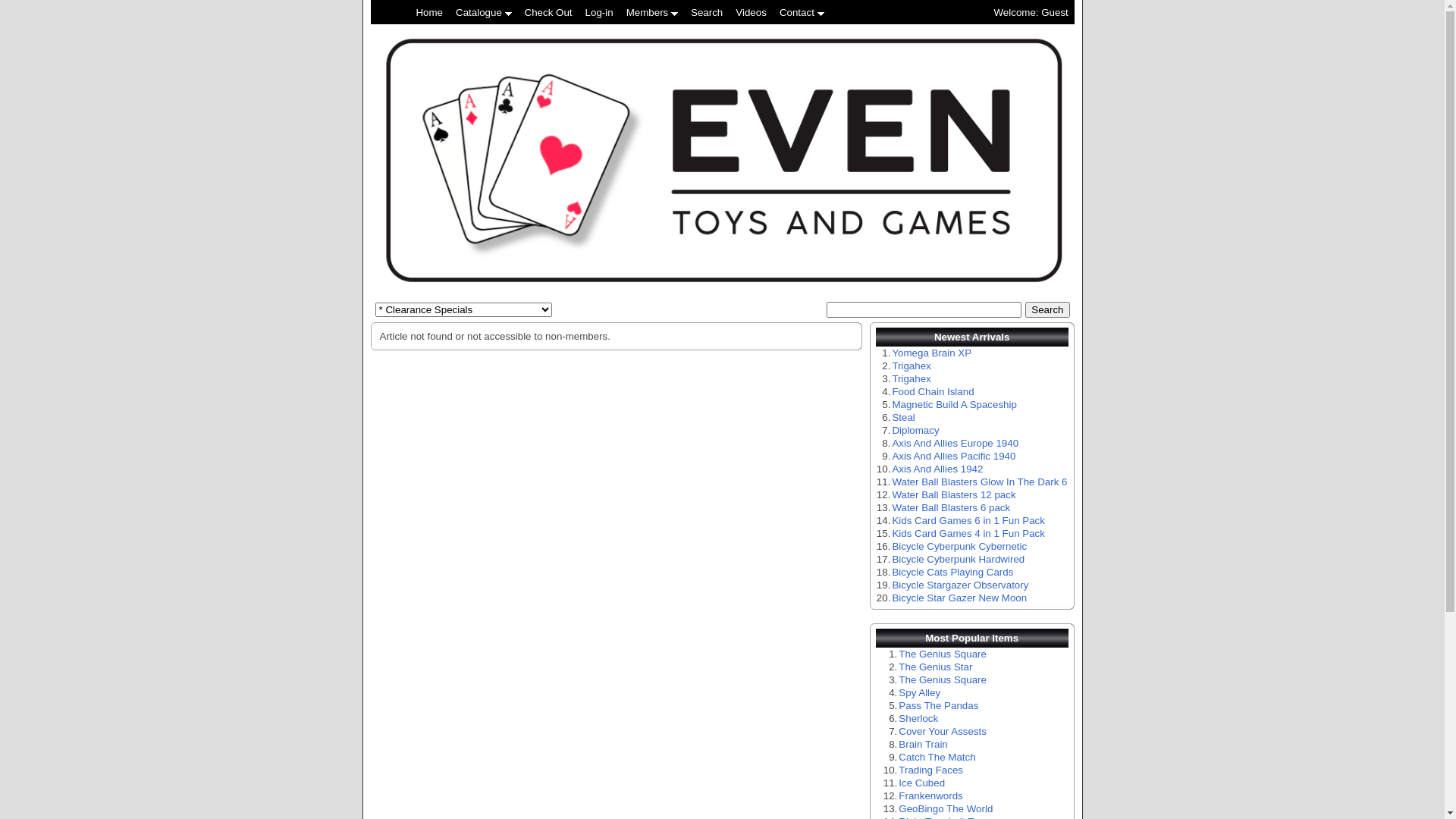 The height and width of the screenshot is (819, 1456). What do you see at coordinates (651, 12) in the screenshot?
I see `'Members'` at bounding box center [651, 12].